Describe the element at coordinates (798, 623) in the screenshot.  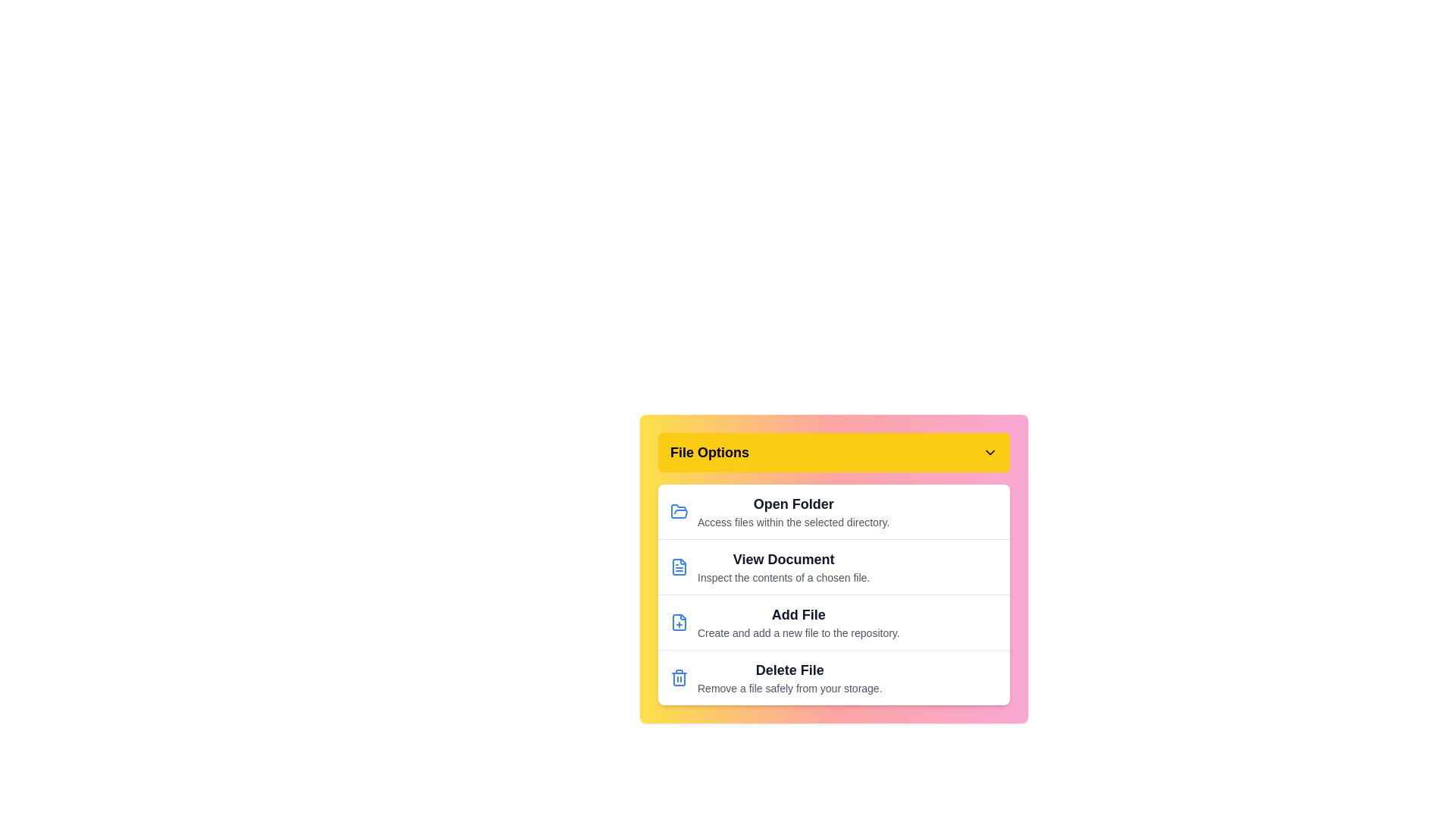
I see `the third menu item in the 'File Options' menu, which allows users to create and add a new file to the repository` at that location.